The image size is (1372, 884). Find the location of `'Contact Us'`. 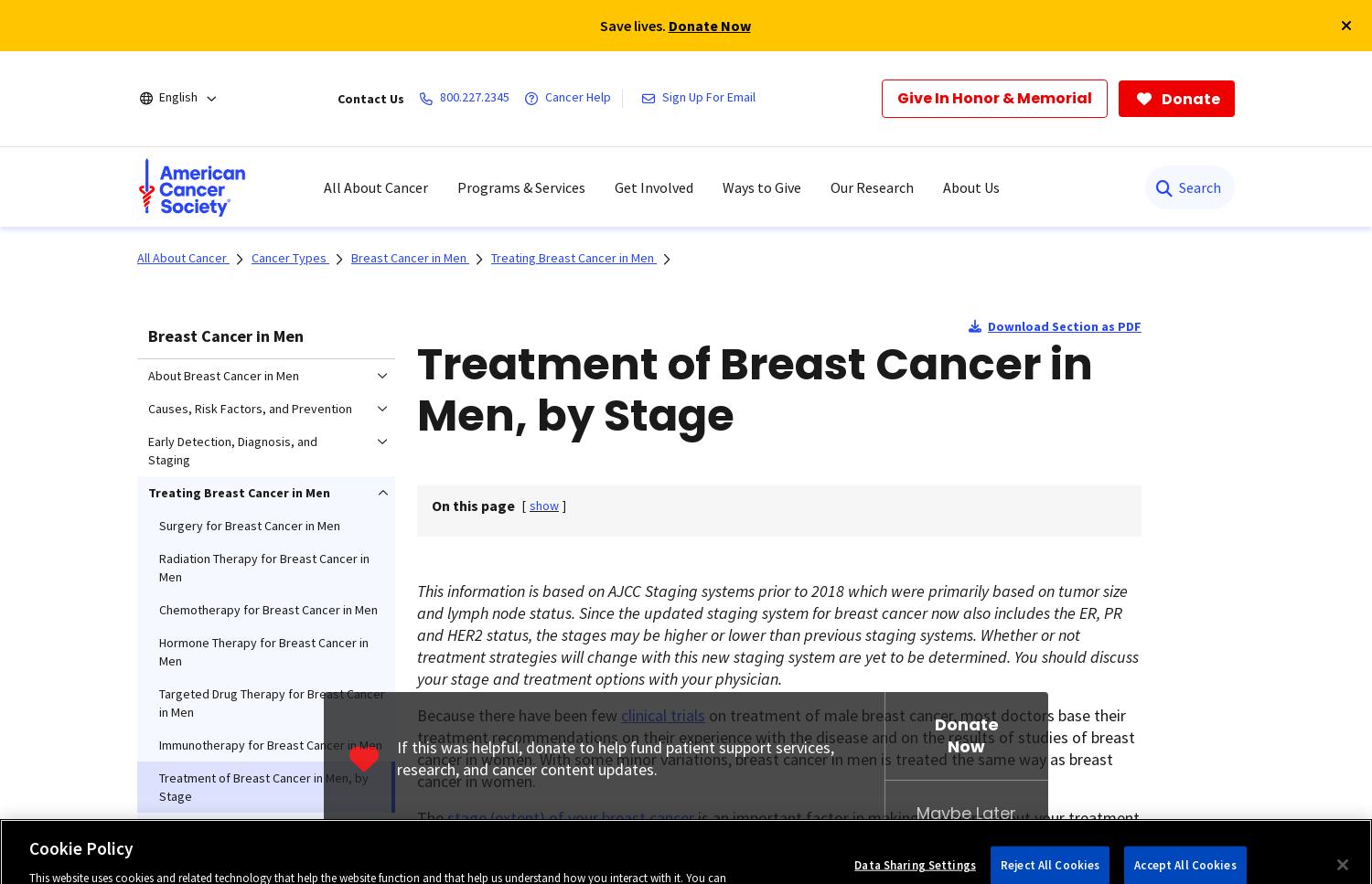

'Contact Us' is located at coordinates (370, 99).